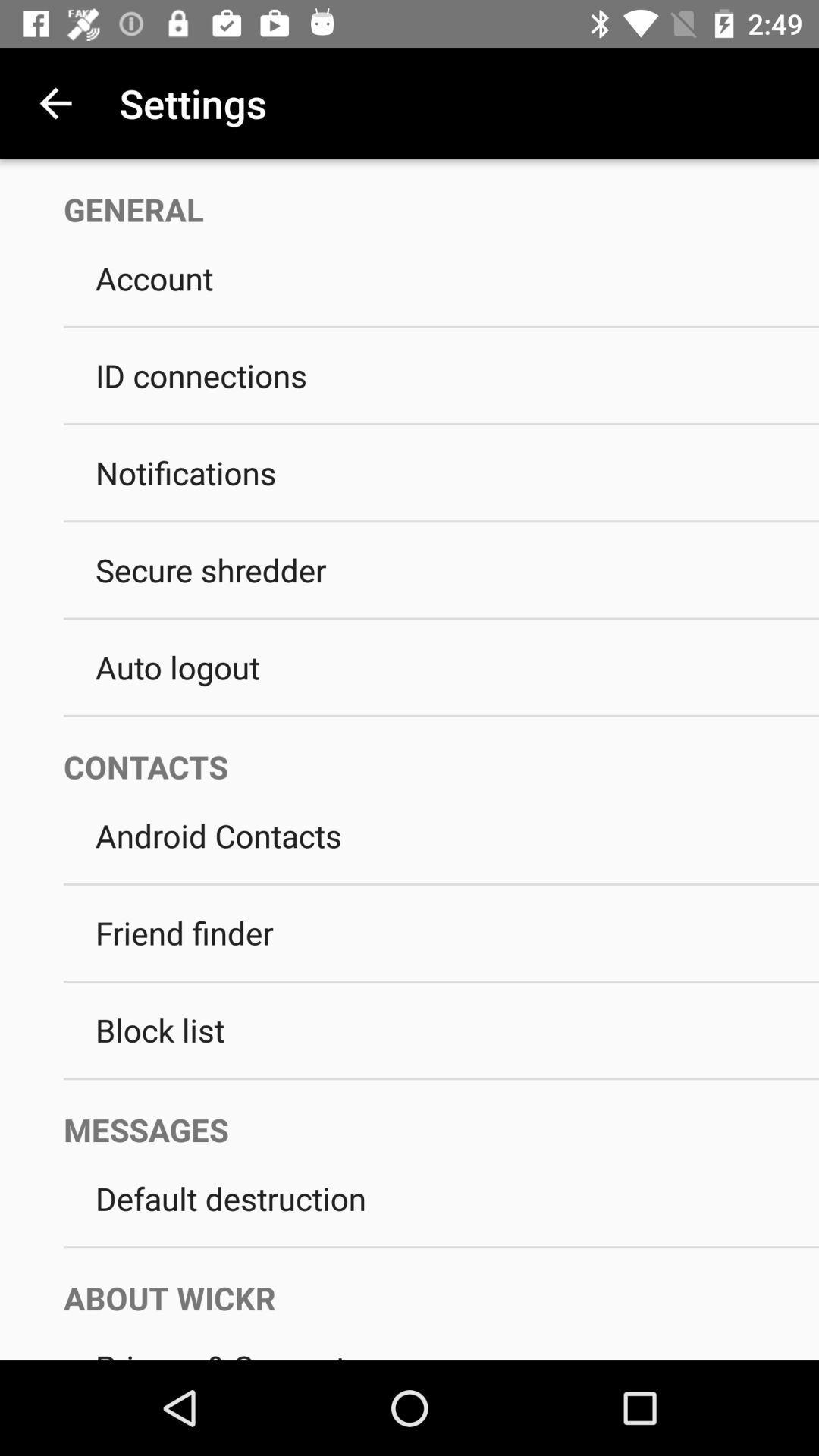 This screenshot has width=819, height=1456. I want to click on icon above friend finder icon, so click(441, 884).